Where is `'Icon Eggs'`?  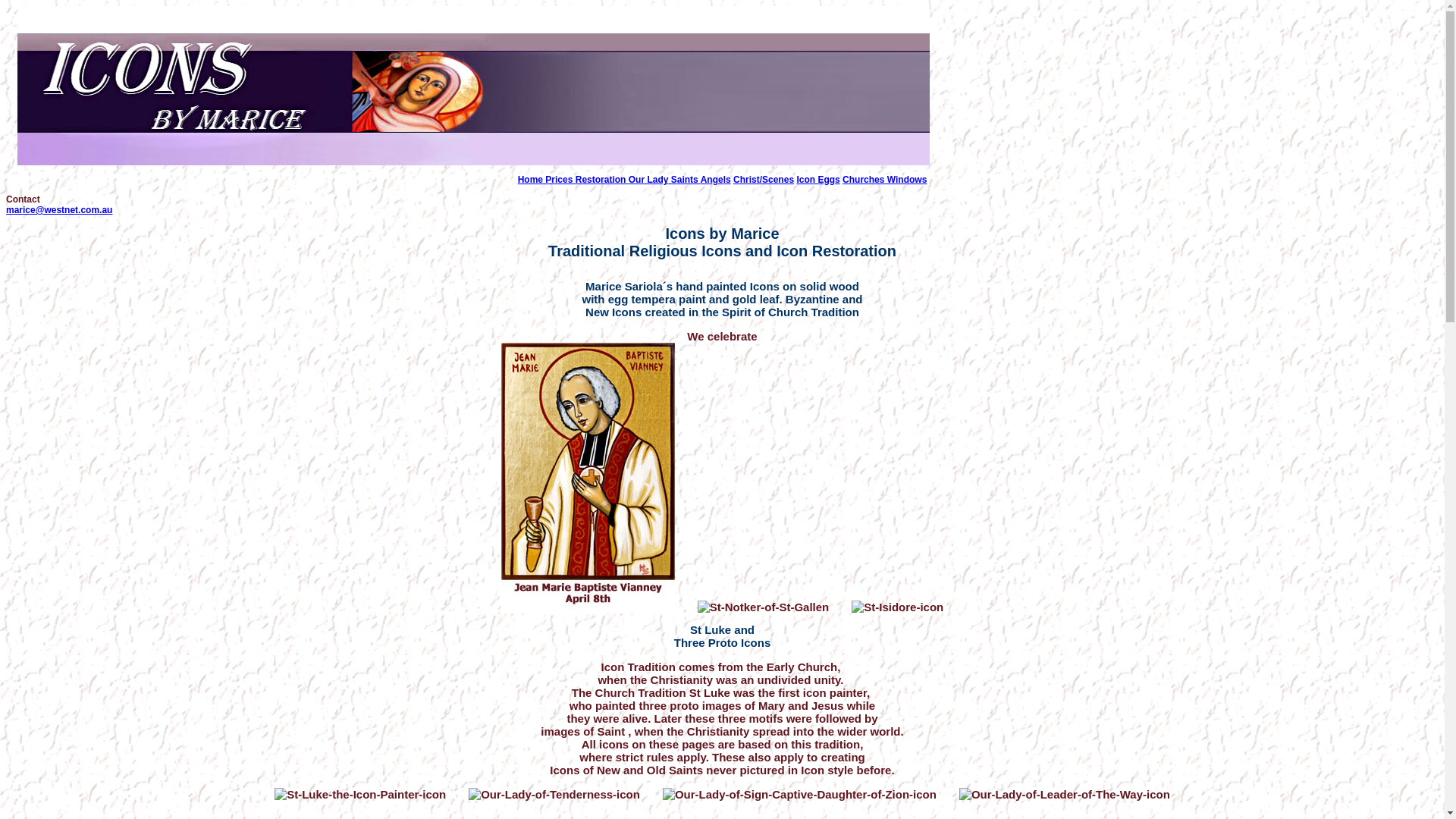
'Icon Eggs' is located at coordinates (795, 178).